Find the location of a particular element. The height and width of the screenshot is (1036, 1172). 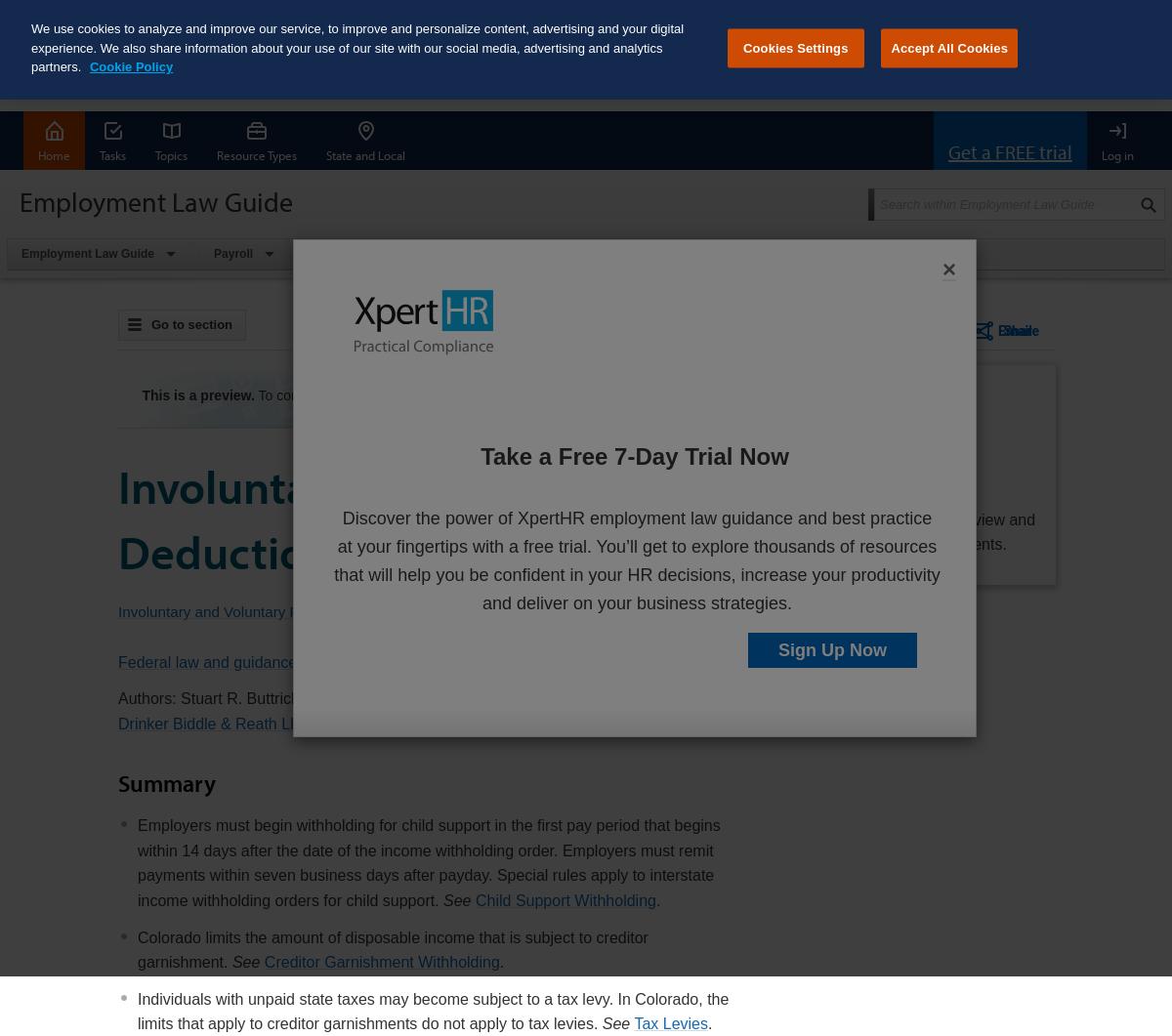

'Authors: Stuart R. Buttrick, Tareen Zafrullah, Susan W. Kline and Mary L. Will,' is located at coordinates (389, 698).